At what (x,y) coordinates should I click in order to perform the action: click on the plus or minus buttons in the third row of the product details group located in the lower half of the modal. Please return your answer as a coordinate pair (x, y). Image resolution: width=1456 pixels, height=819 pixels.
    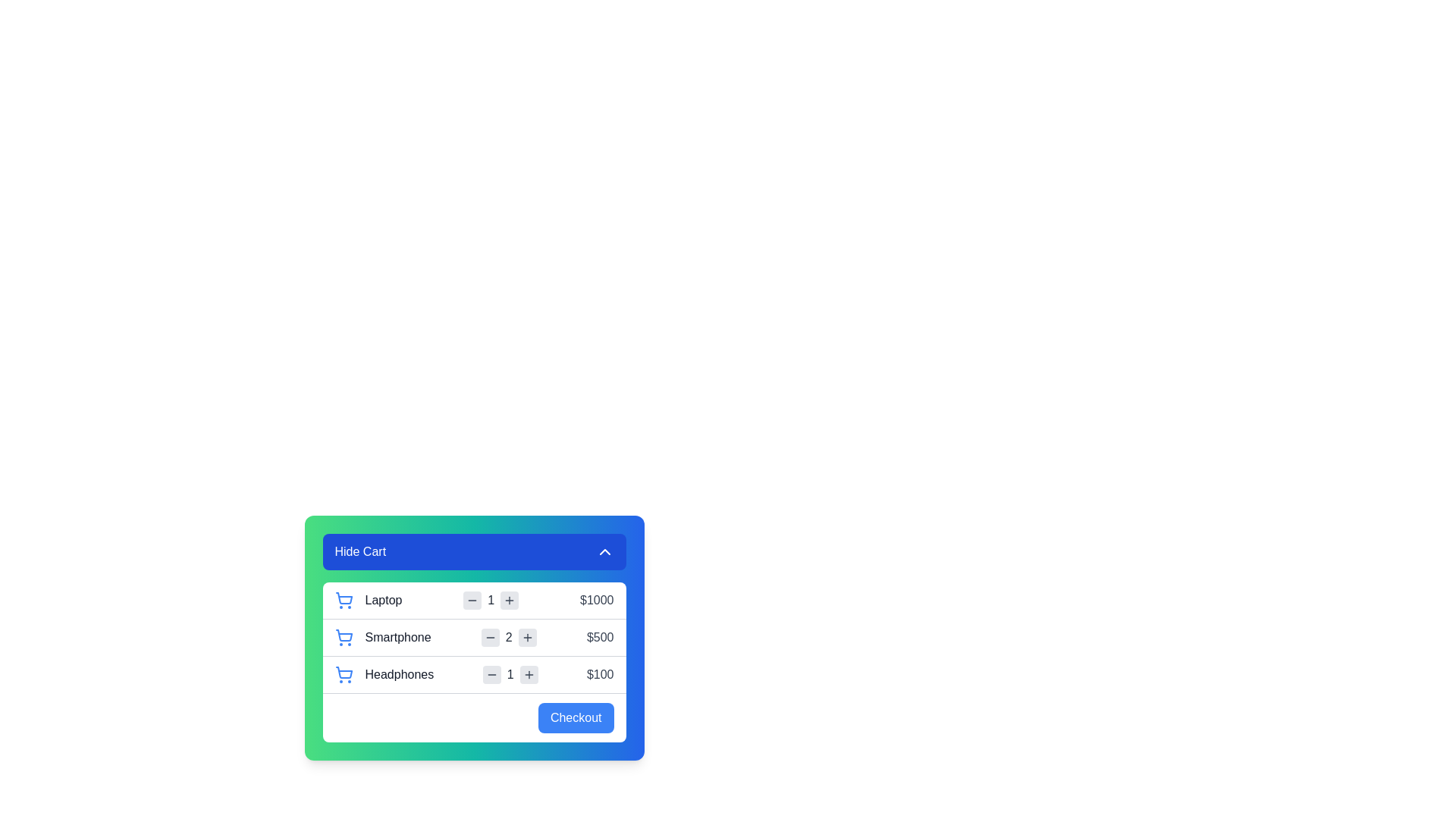
    Looking at the image, I should click on (473, 661).